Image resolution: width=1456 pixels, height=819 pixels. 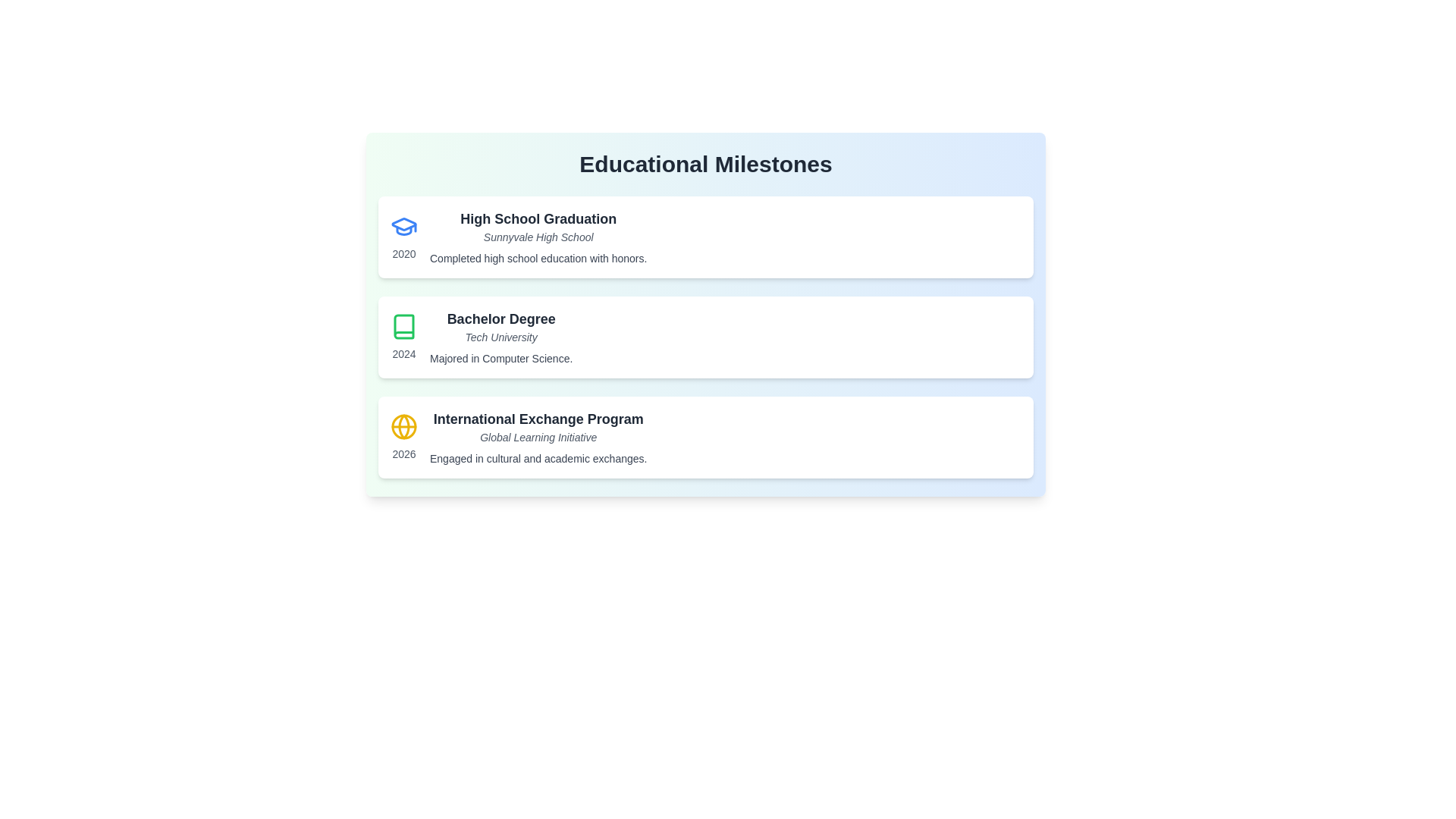 I want to click on the green book-like icon located in the milestone entry marked '2024', positioned above the year text '2024' in the left column, so click(x=403, y=326).